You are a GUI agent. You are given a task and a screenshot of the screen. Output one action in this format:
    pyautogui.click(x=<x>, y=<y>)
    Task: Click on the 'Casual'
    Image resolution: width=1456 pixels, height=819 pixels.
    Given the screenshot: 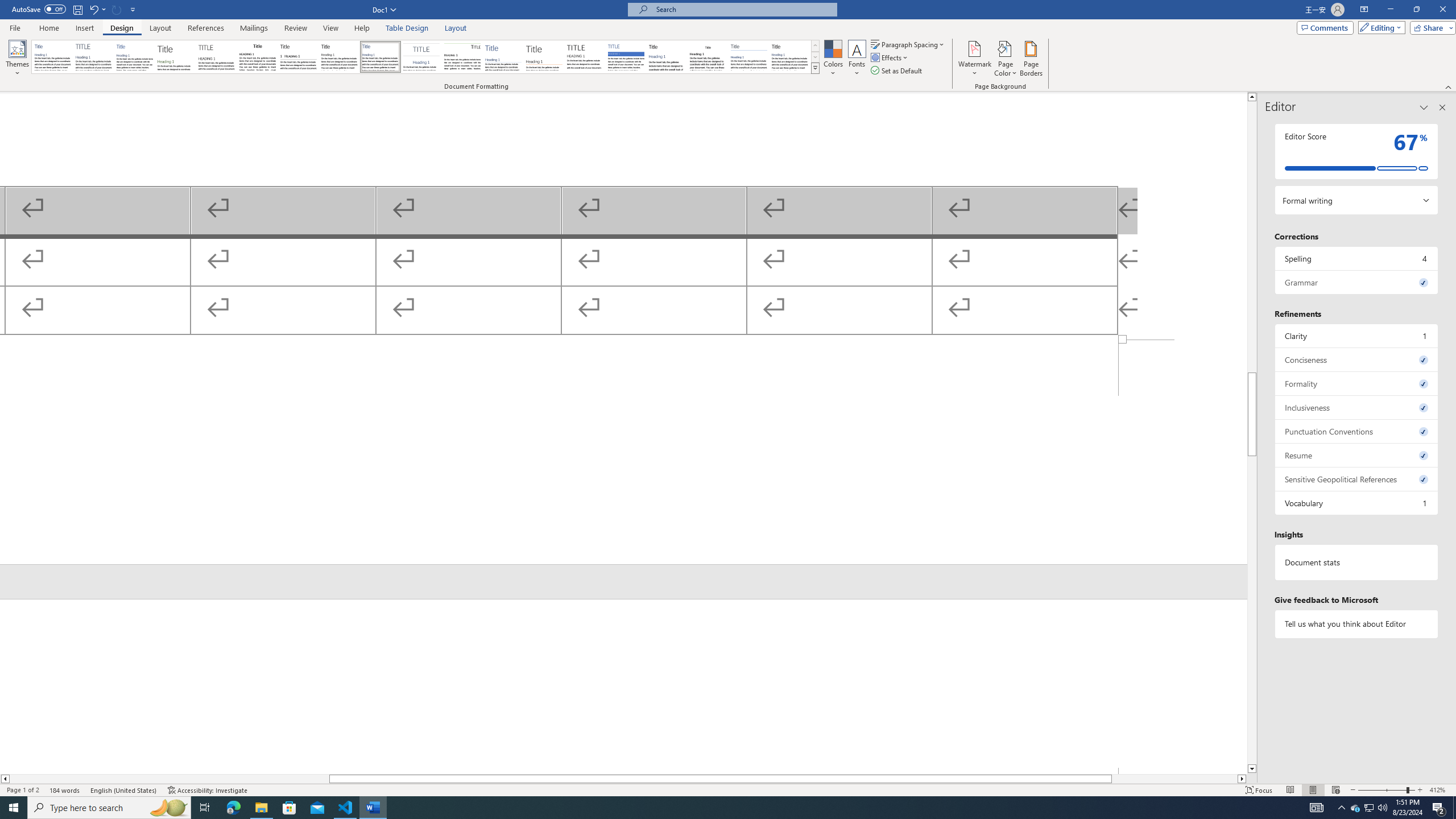 What is the action you would take?
    pyautogui.click(x=380, y=56)
    